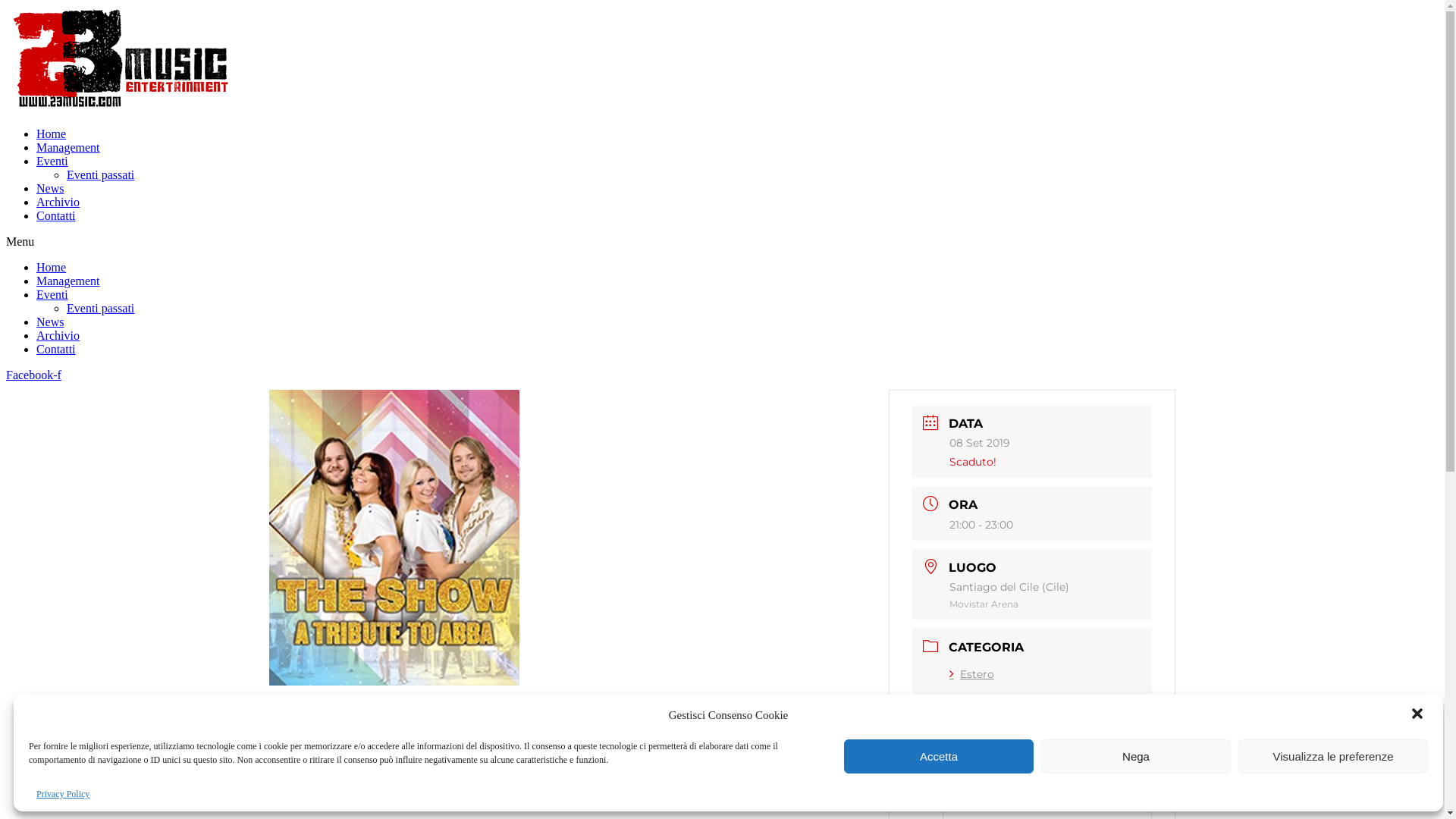  Describe the element at coordinates (61, 793) in the screenshot. I see `'Privacy Policy'` at that location.